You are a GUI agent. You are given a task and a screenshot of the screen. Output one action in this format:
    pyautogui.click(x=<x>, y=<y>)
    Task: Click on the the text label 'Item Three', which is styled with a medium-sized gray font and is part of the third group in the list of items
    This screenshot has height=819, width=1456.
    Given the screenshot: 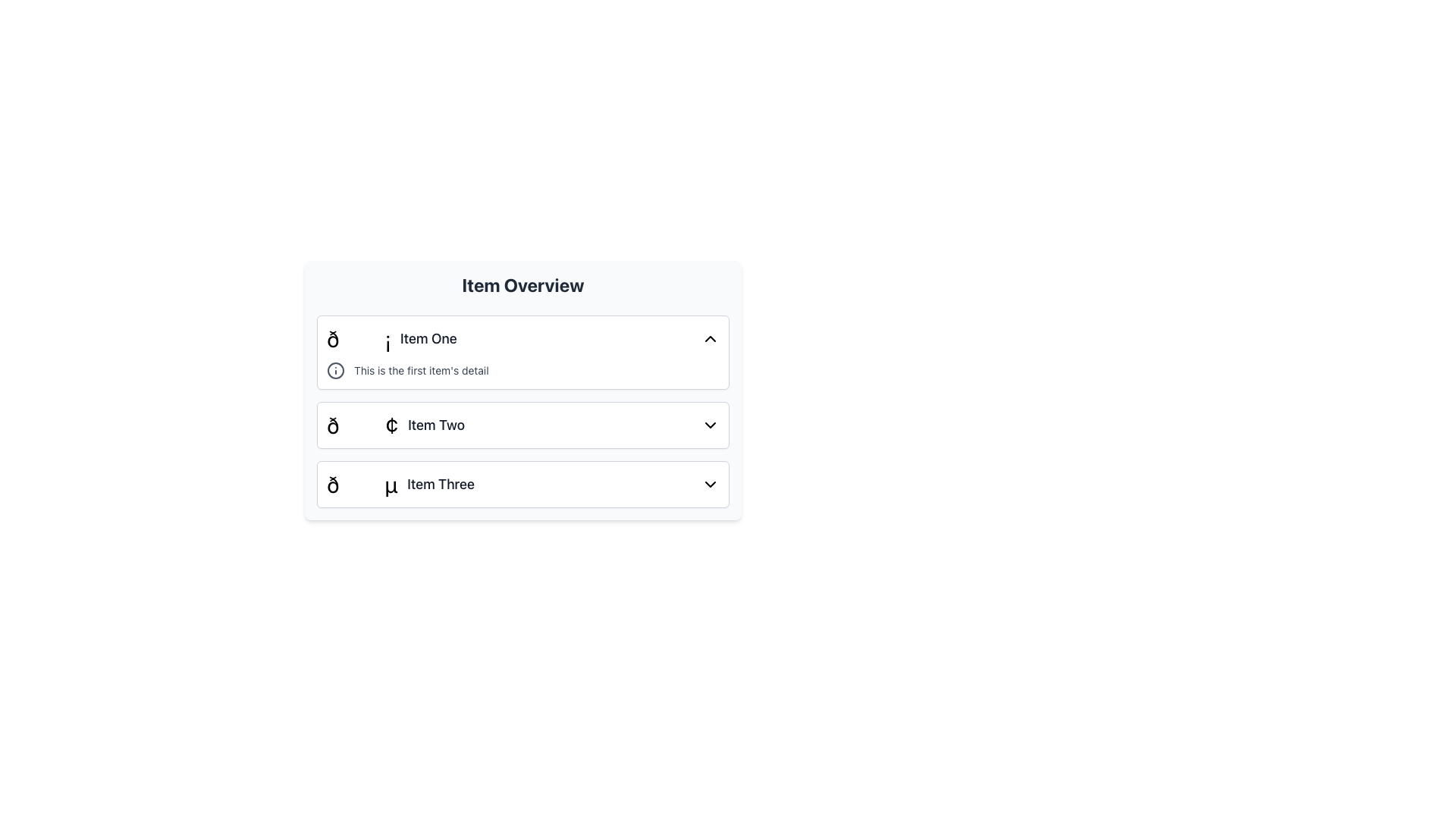 What is the action you would take?
    pyautogui.click(x=440, y=485)
    